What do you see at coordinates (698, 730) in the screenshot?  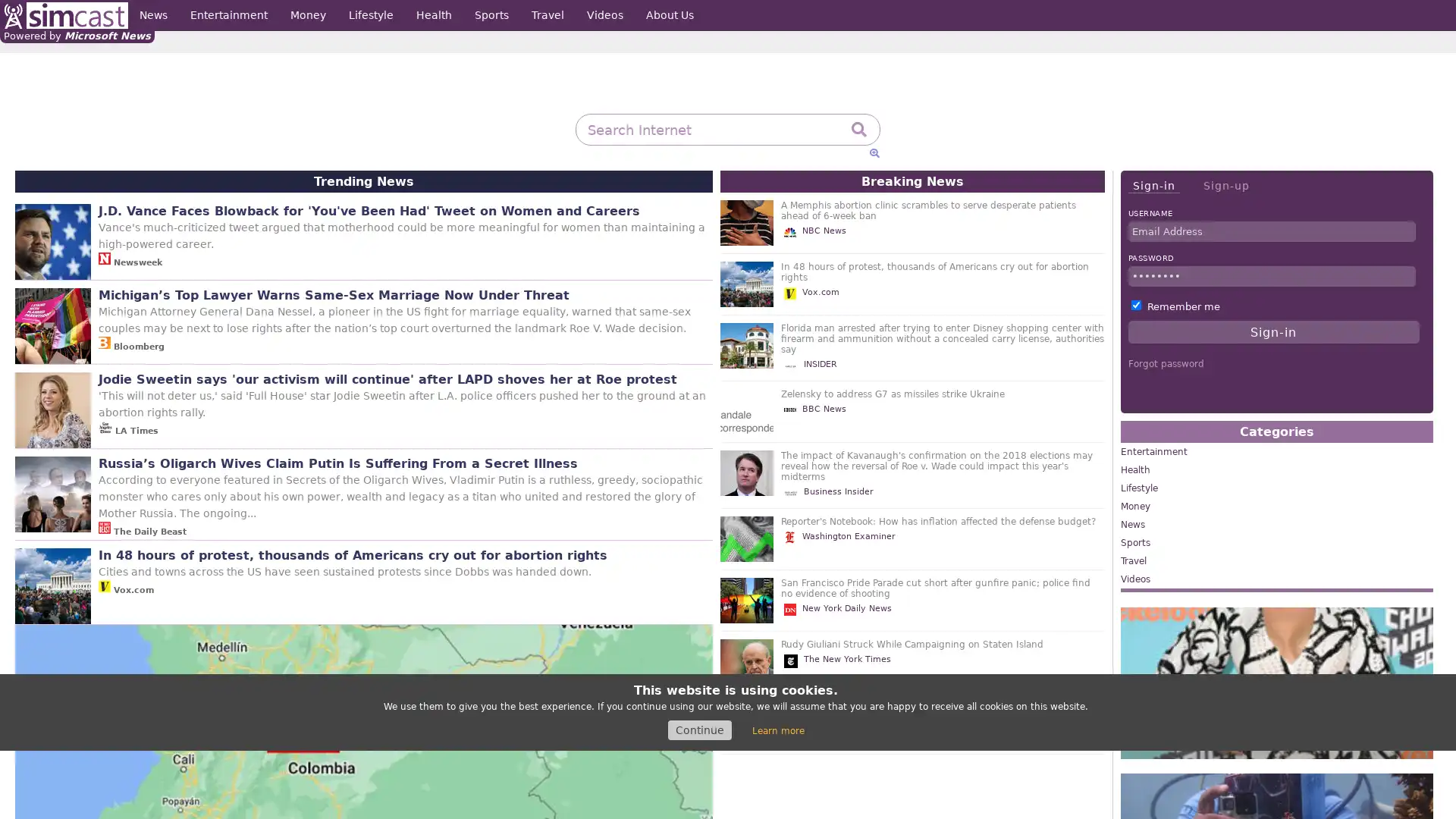 I see `Continue` at bounding box center [698, 730].